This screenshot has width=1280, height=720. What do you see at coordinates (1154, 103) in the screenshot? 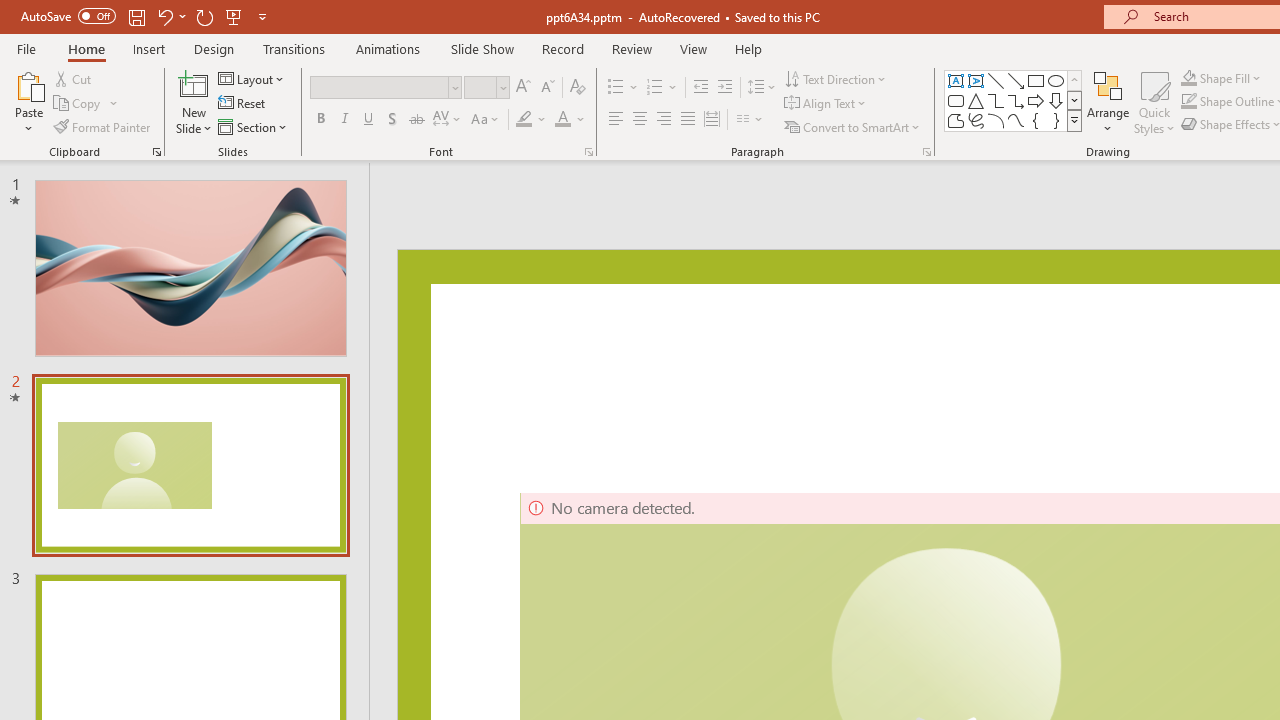
I see `'Quick Styles'` at bounding box center [1154, 103].